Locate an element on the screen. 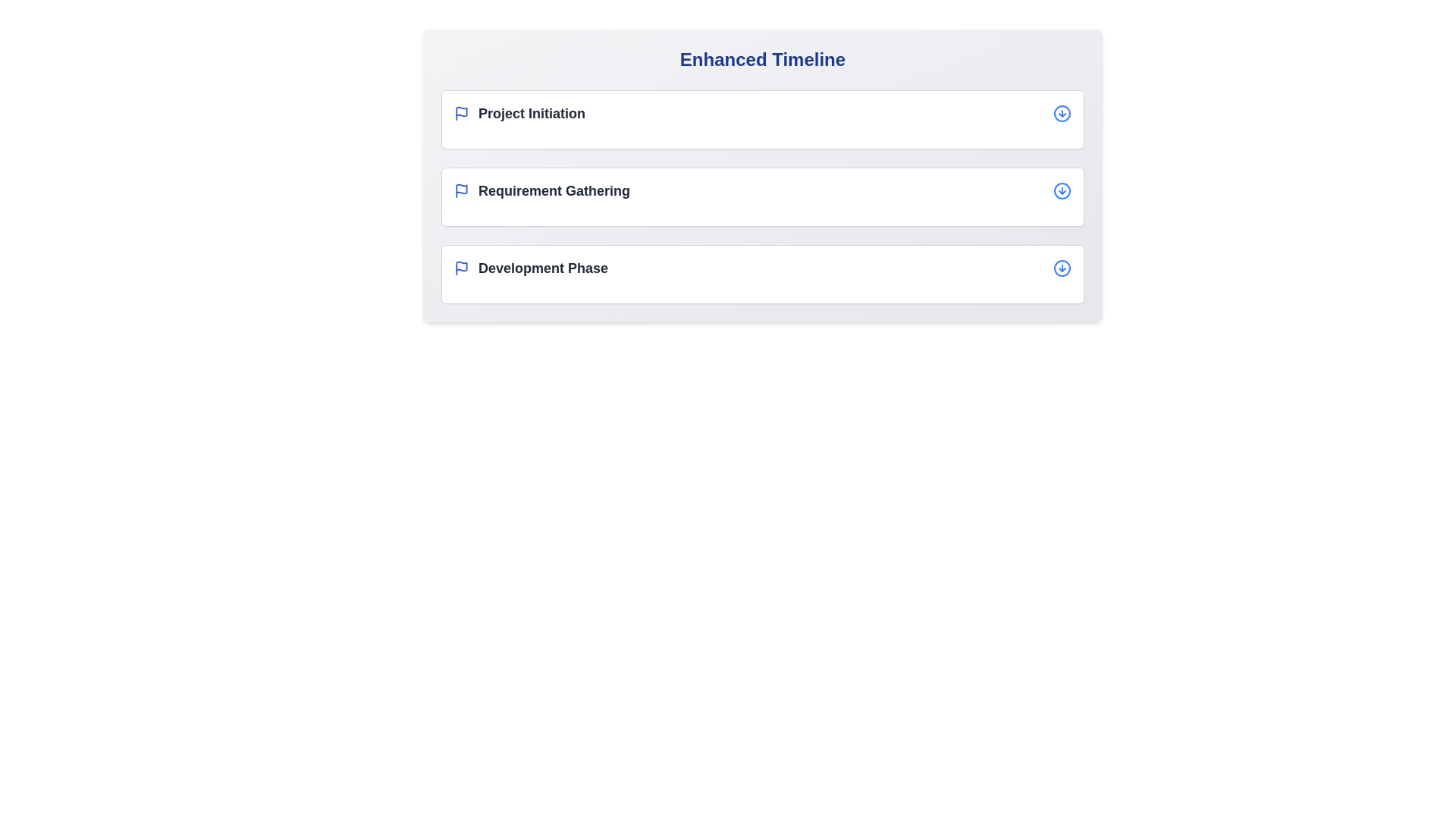 This screenshot has height=819, width=1456. the label representing the title or description for the first phase in the vertical timeline interface, which is aligned with a blue flag icon to its left is located at coordinates (532, 113).